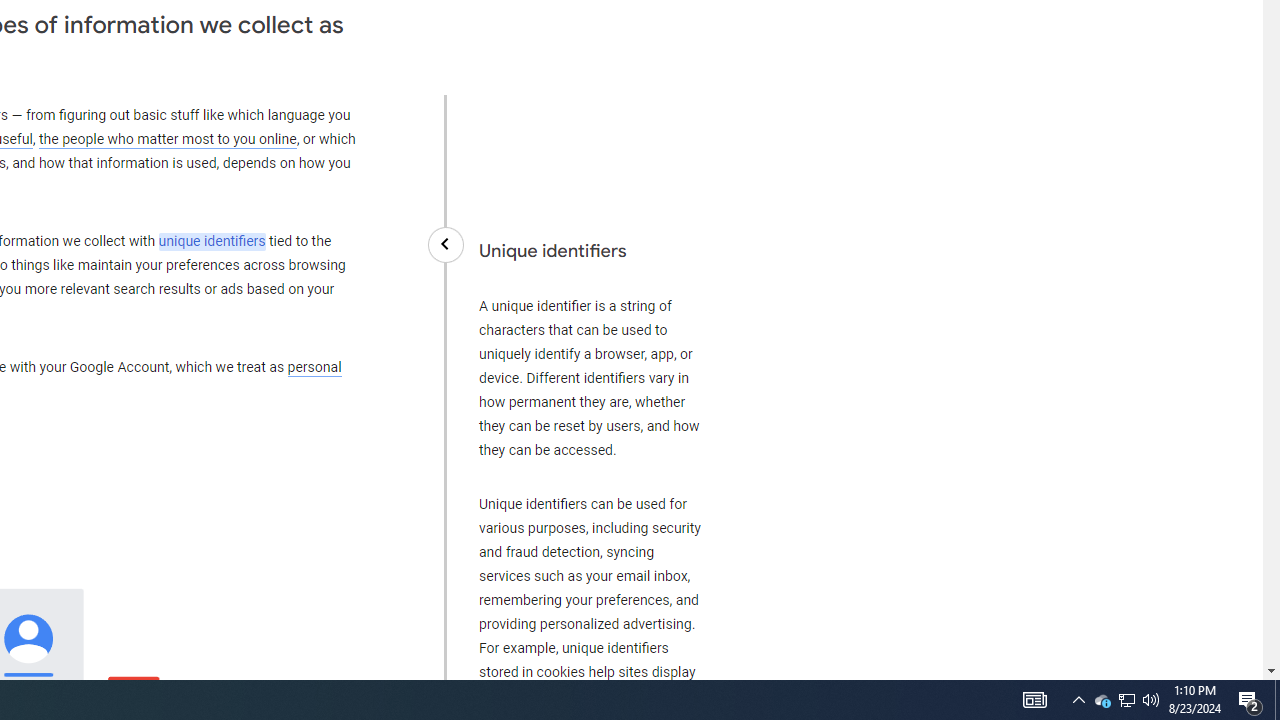 The width and height of the screenshot is (1280, 720). What do you see at coordinates (167, 138) in the screenshot?
I see `'the people who matter most to you online'` at bounding box center [167, 138].